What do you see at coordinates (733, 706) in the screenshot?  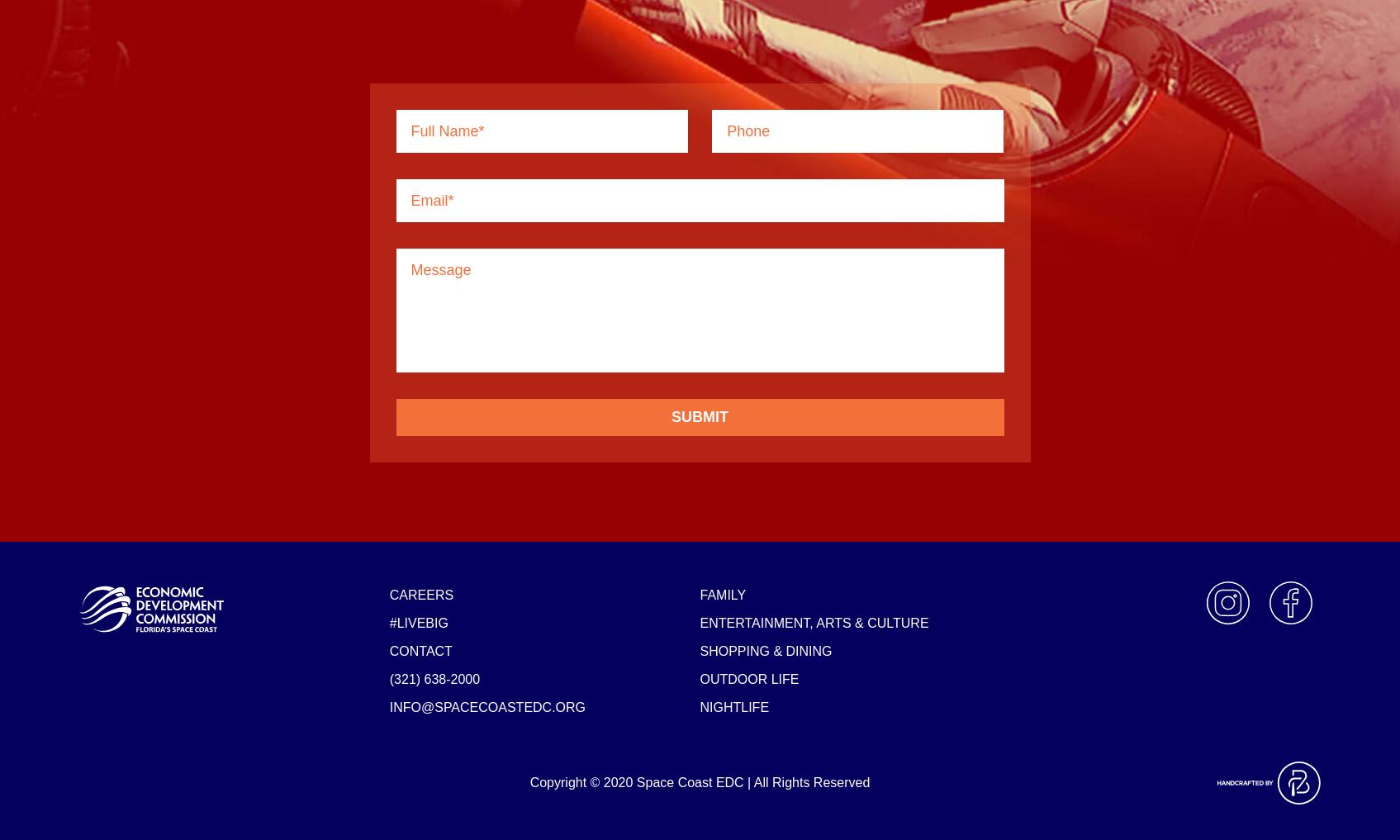 I see `'Nightlife'` at bounding box center [733, 706].